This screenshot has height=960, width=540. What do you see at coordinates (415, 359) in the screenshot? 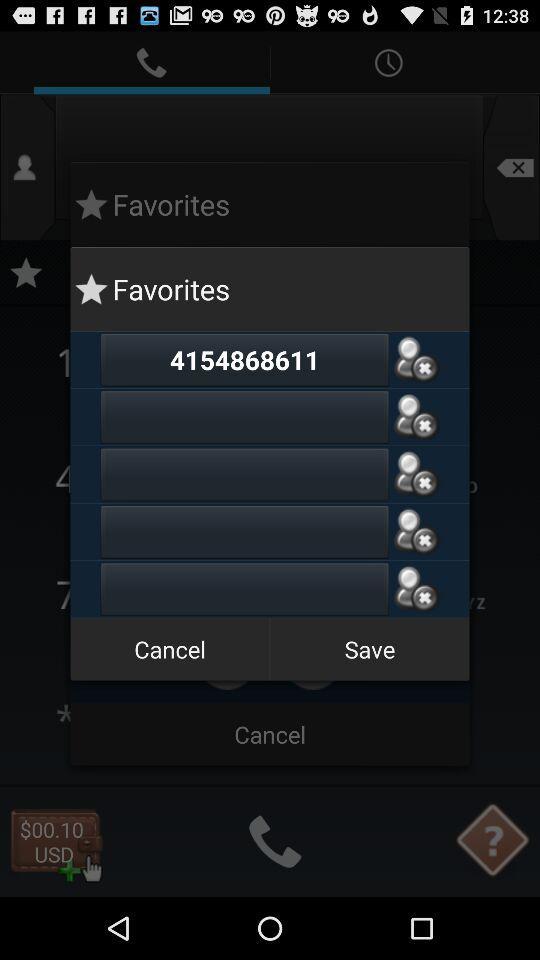
I see `cancel the favorite` at bounding box center [415, 359].